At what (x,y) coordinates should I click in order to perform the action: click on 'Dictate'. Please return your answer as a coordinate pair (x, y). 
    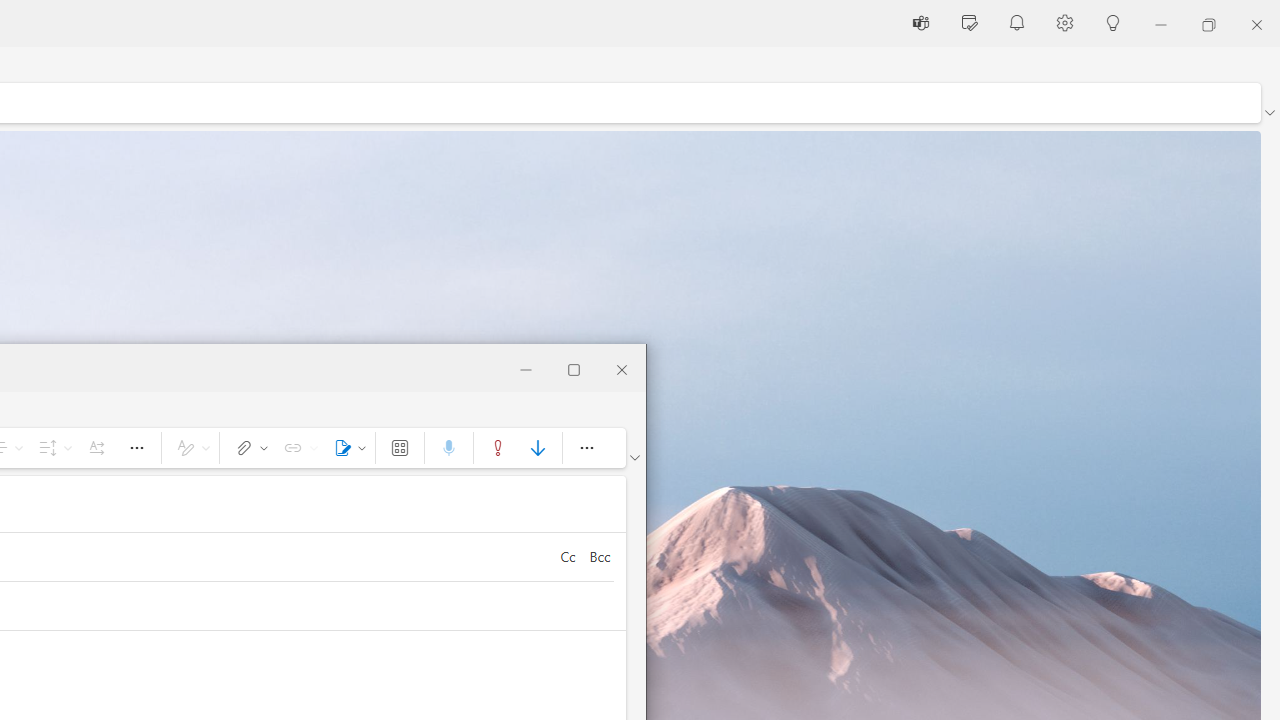
    Looking at the image, I should click on (447, 446).